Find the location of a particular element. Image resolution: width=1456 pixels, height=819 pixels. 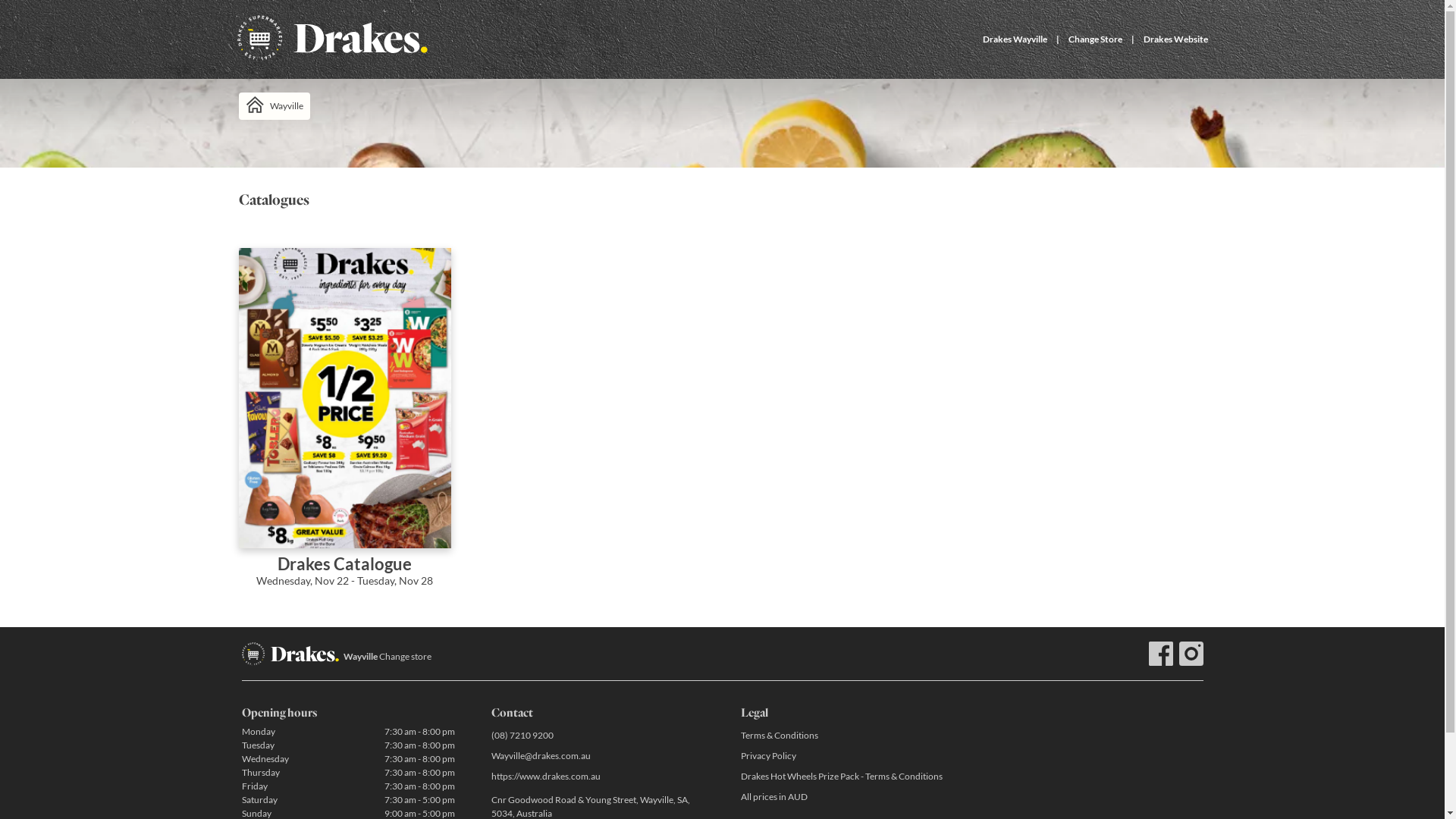

'https://www.drakes.com.au' is located at coordinates (597, 776).